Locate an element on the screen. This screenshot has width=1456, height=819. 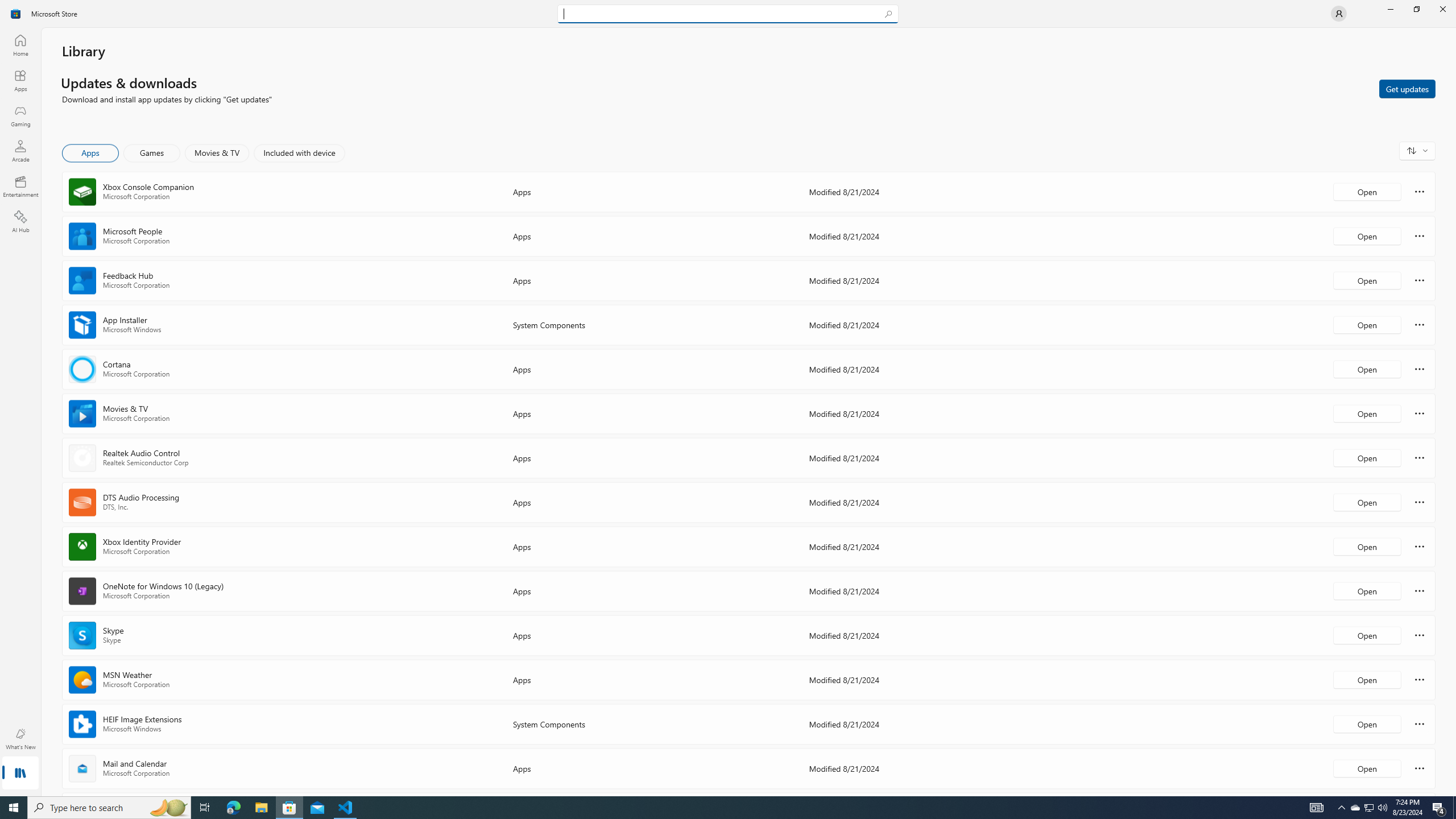
'Arcade' is located at coordinates (19, 150).